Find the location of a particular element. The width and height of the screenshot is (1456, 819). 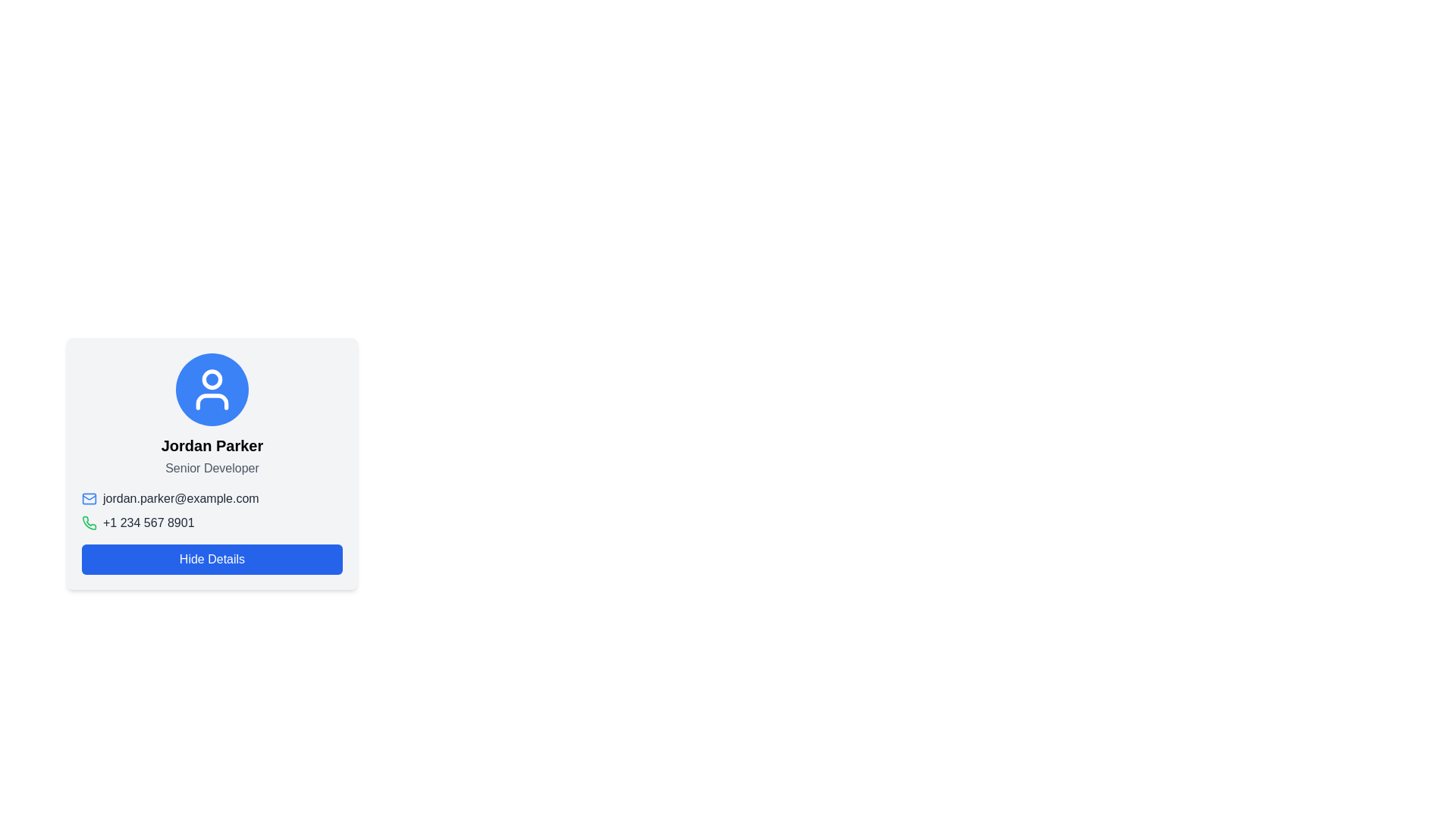

the lower part of the user avatar icon, which is part of a circular graphical representation at the top of the card is located at coordinates (211, 400).